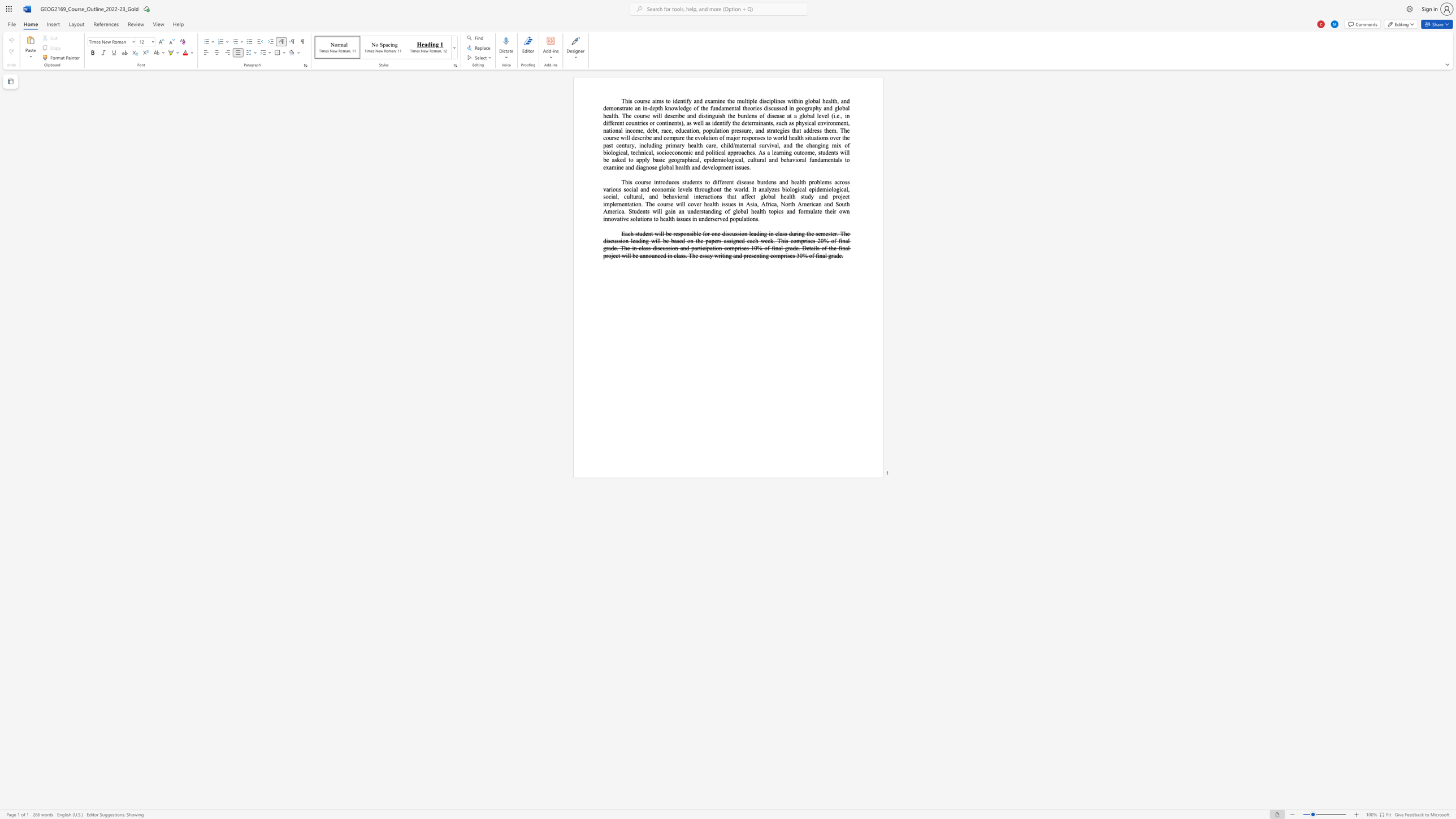 The height and width of the screenshot is (819, 1456). What do you see at coordinates (729, 153) in the screenshot?
I see `the 1th character "a" in the text` at bounding box center [729, 153].